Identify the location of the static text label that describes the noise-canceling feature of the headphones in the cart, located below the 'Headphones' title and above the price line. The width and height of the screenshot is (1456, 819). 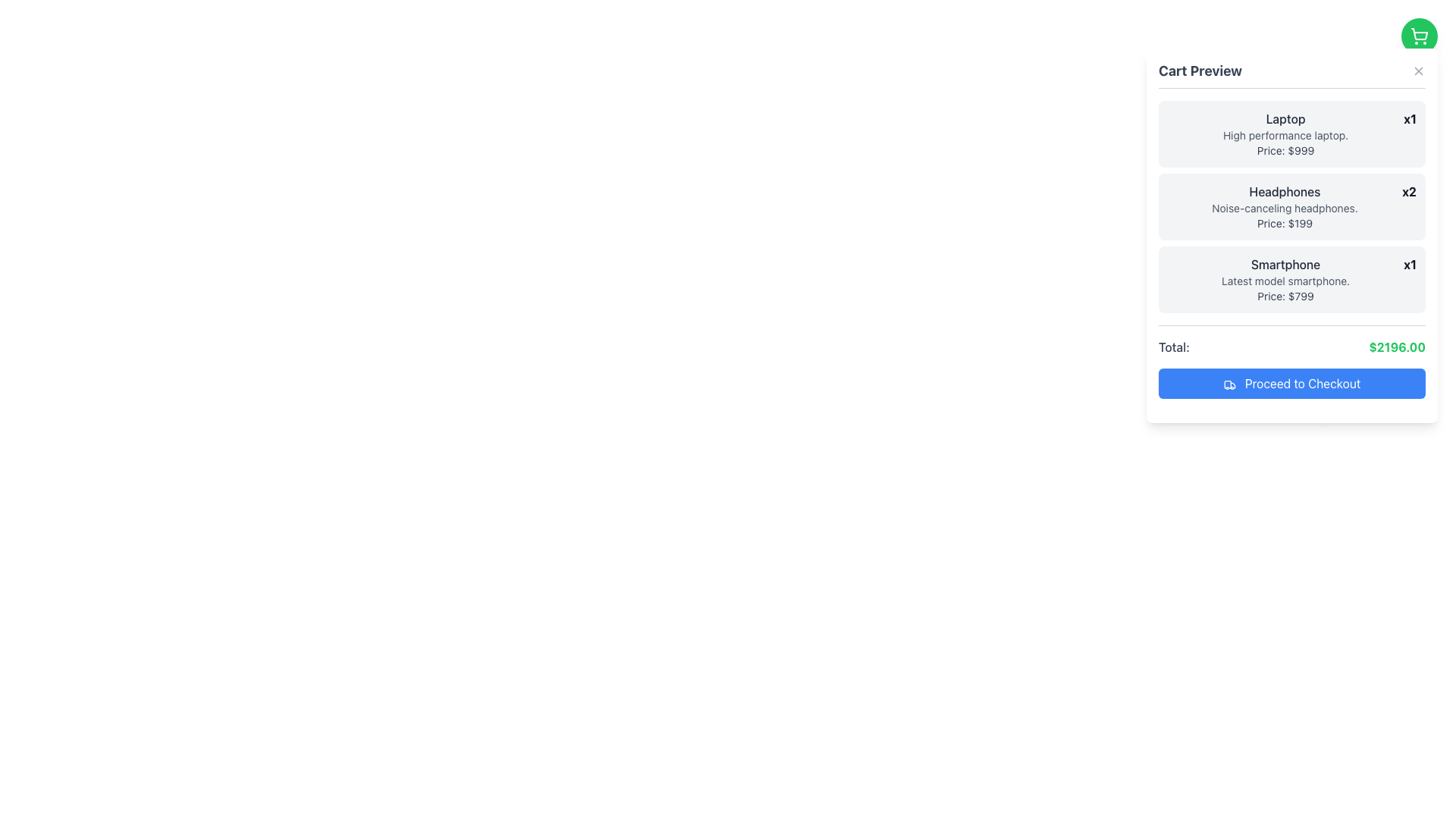
(1284, 208).